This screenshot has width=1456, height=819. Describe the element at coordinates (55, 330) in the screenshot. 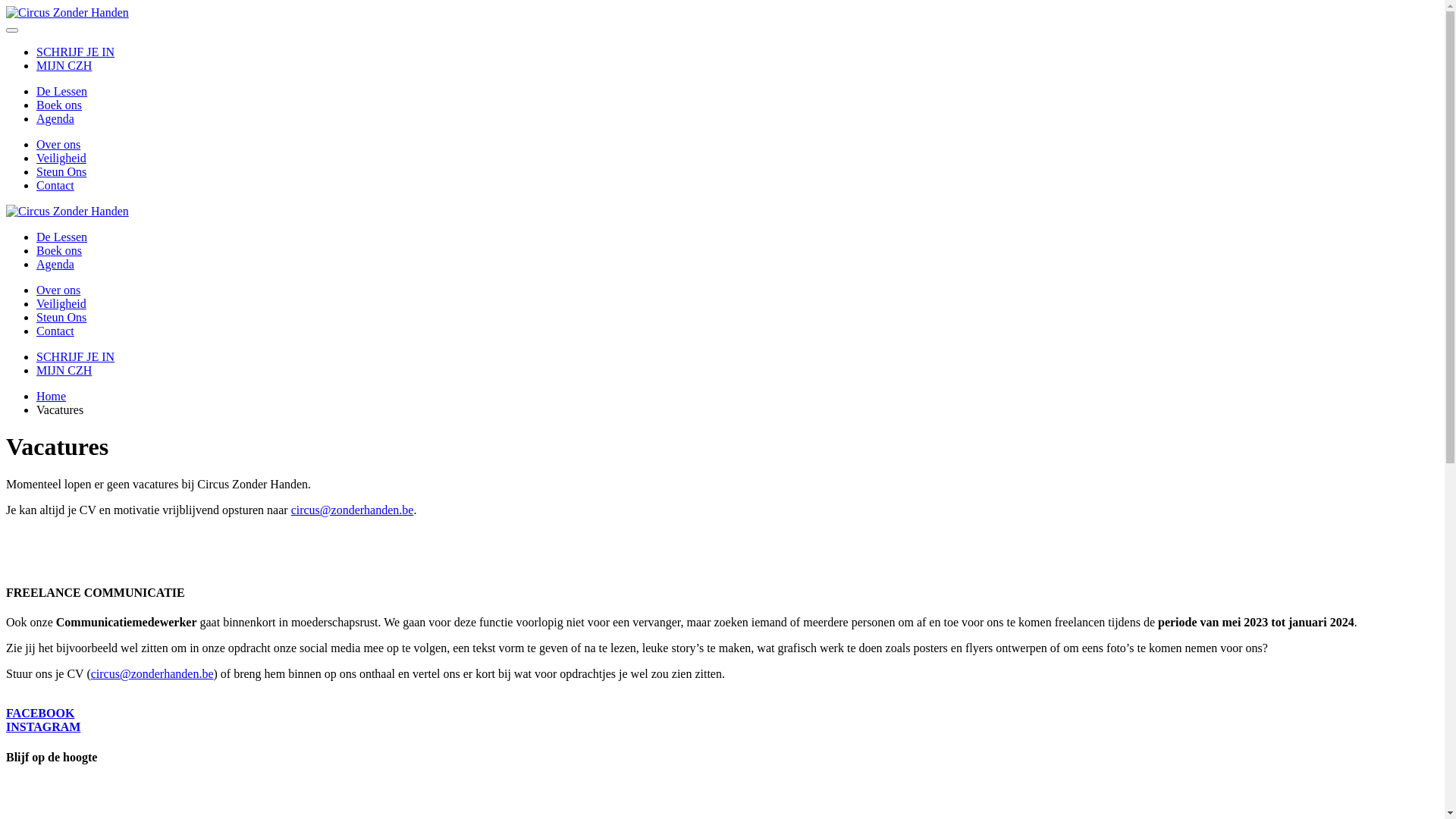

I see `'Contact'` at that location.